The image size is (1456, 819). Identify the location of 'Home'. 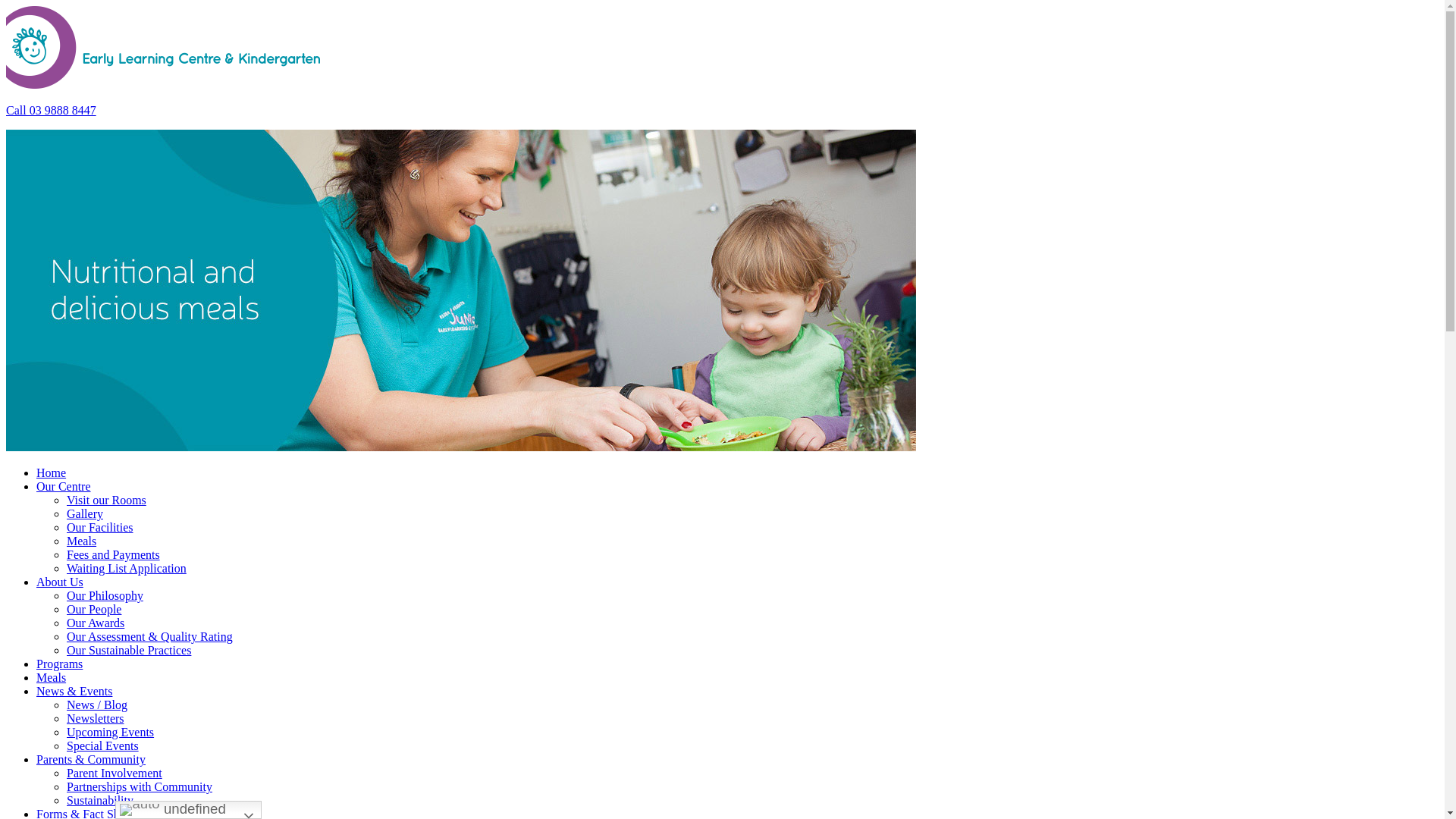
(51, 472).